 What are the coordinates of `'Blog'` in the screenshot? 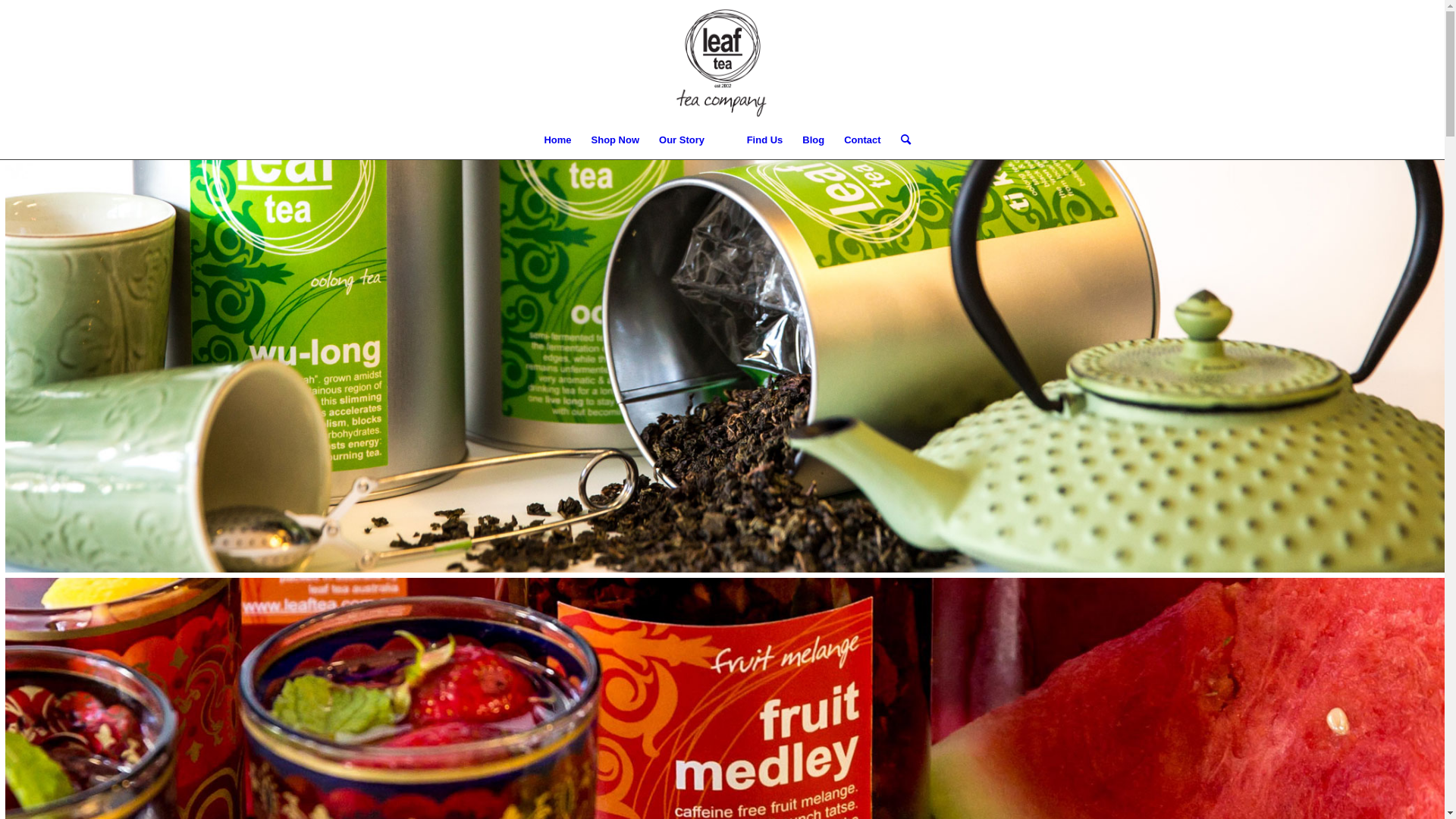 It's located at (812, 140).